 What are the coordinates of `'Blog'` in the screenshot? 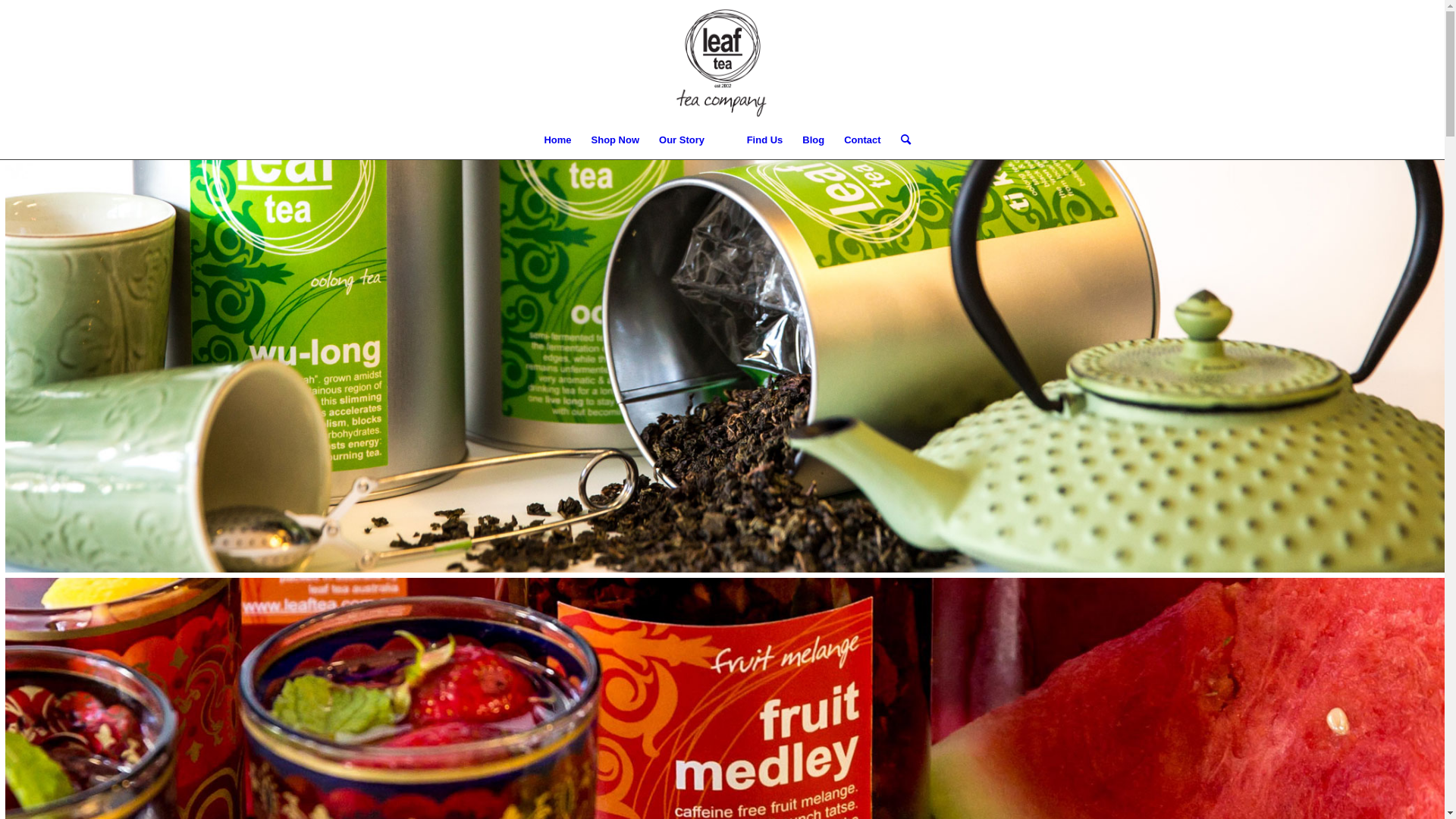 It's located at (812, 140).